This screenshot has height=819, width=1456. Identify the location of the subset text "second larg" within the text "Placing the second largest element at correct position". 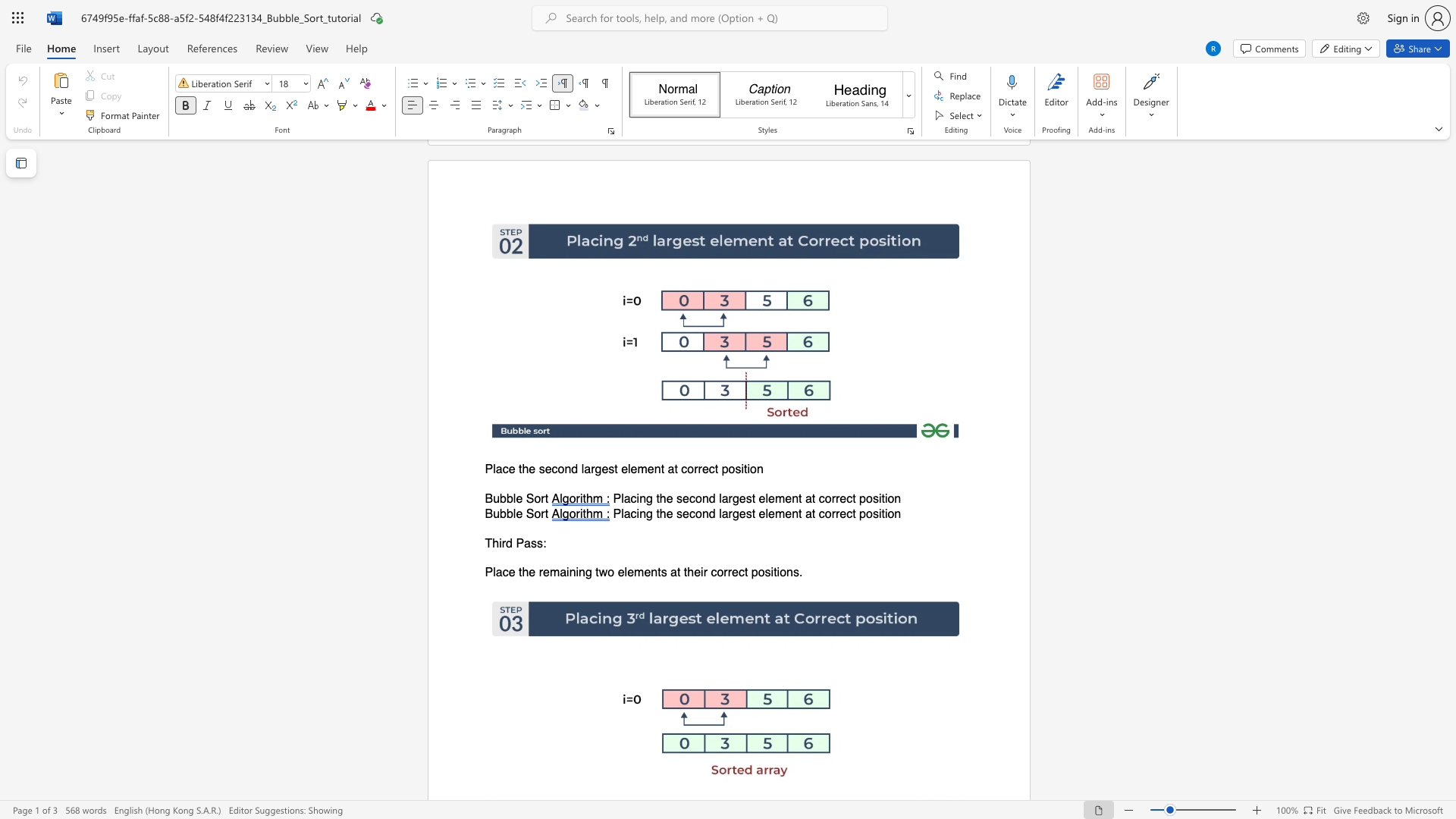
(676, 513).